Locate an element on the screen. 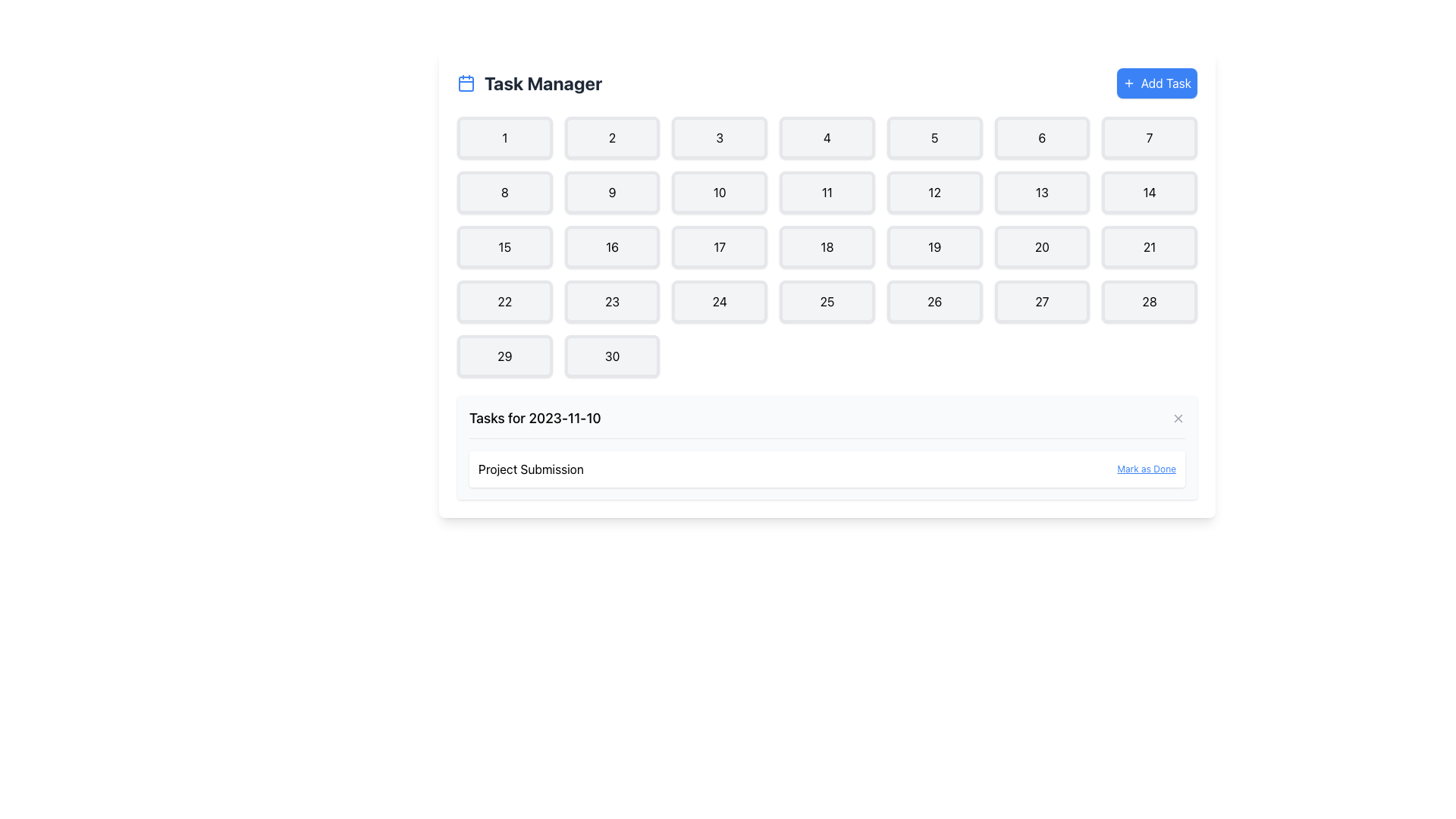 Image resolution: width=1456 pixels, height=819 pixels. the rectangular button with a light gray background and the number '18' displayed in bold font, located in the third row and fourth column of a calendar grid layout is located at coordinates (826, 246).